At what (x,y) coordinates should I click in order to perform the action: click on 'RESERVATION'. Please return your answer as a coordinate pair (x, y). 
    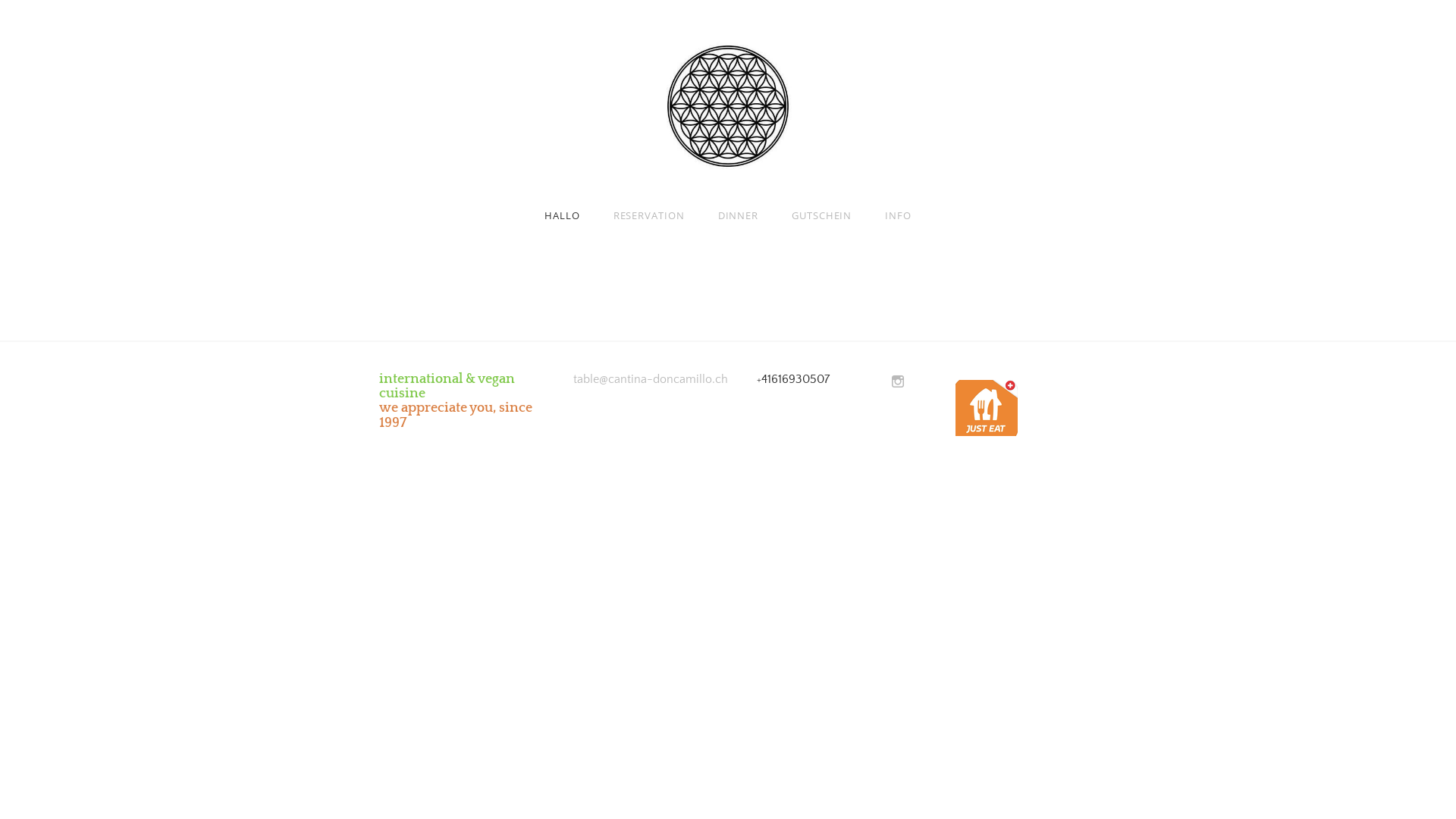
    Looking at the image, I should click on (648, 215).